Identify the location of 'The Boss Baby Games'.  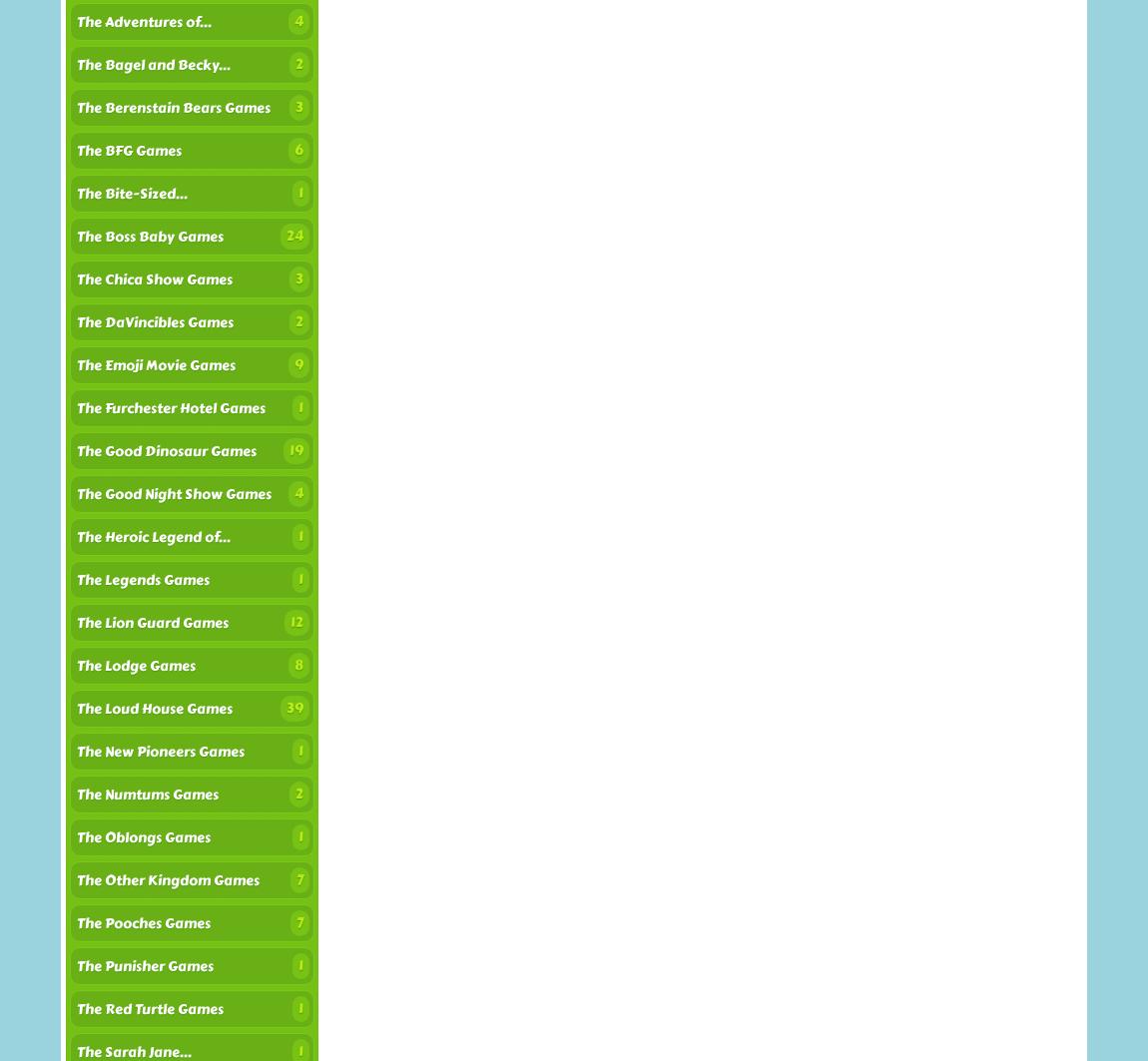
(149, 237).